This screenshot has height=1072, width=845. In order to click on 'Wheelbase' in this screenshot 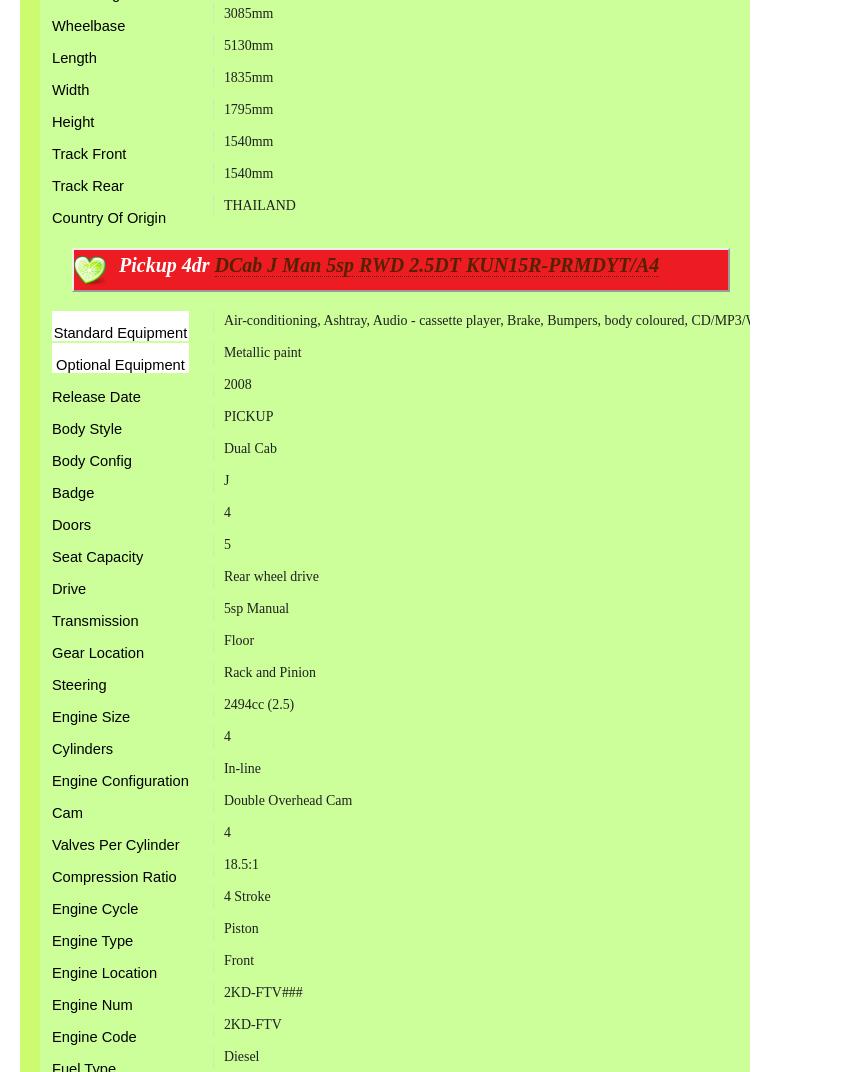, I will do `click(88, 25)`.